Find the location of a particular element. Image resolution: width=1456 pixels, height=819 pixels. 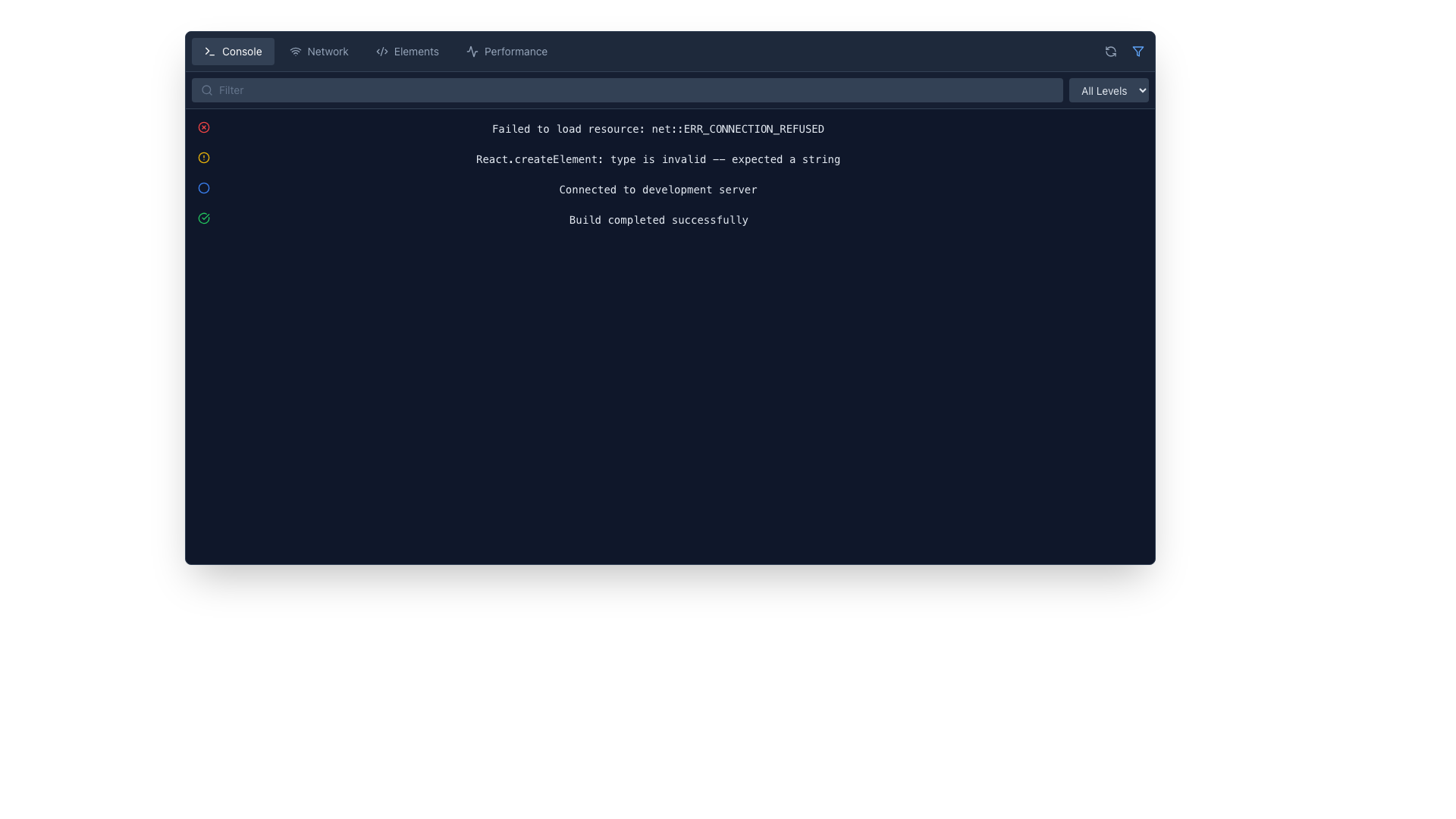

the WiFi icon, which is a vector graphic with concentric curved lines and a central dot, located in the top-left navigation section near the 'Network' text is located at coordinates (295, 51).